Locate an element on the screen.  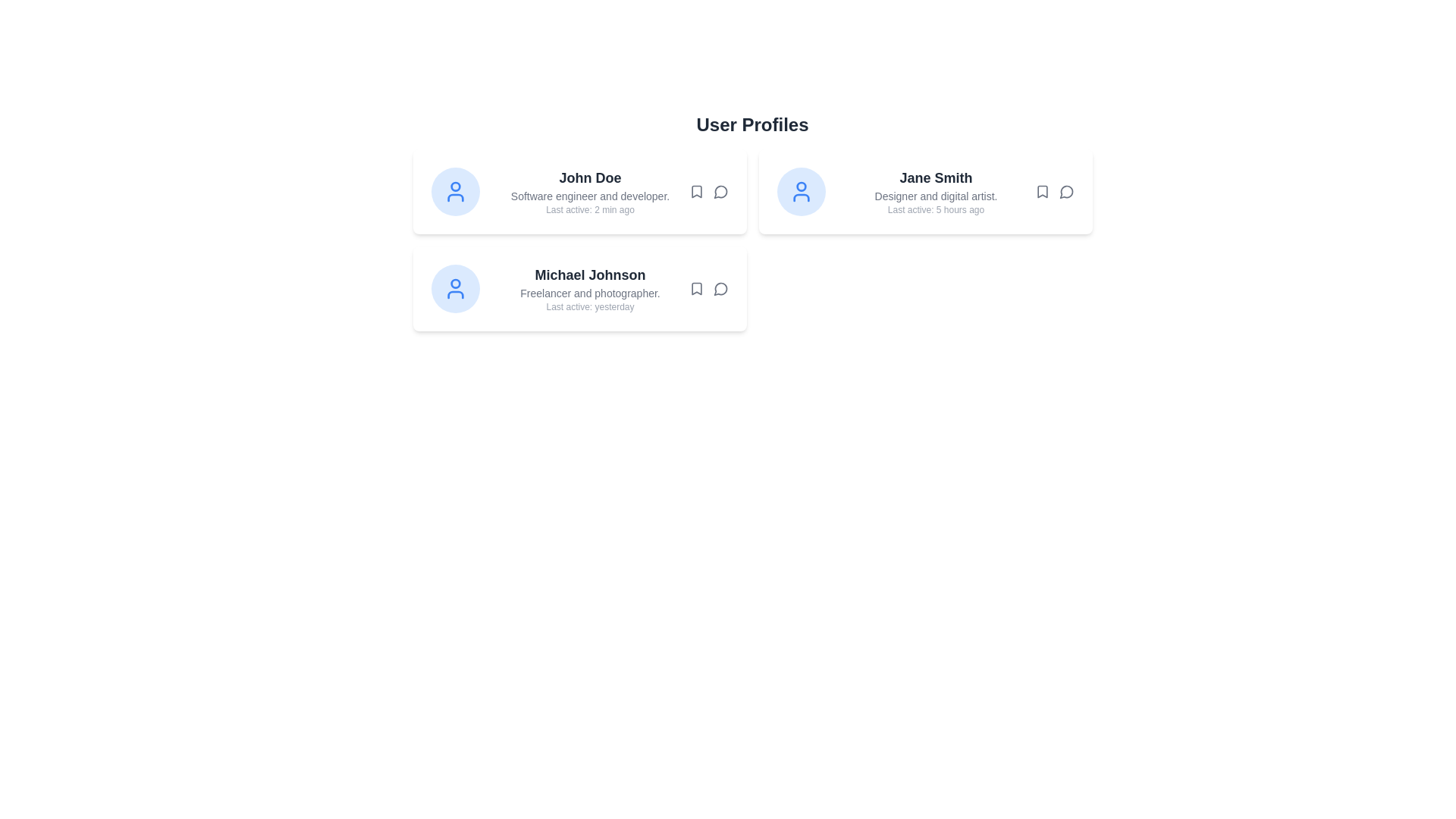
the text component labeled 'Michael Johnson' is located at coordinates (589, 275).